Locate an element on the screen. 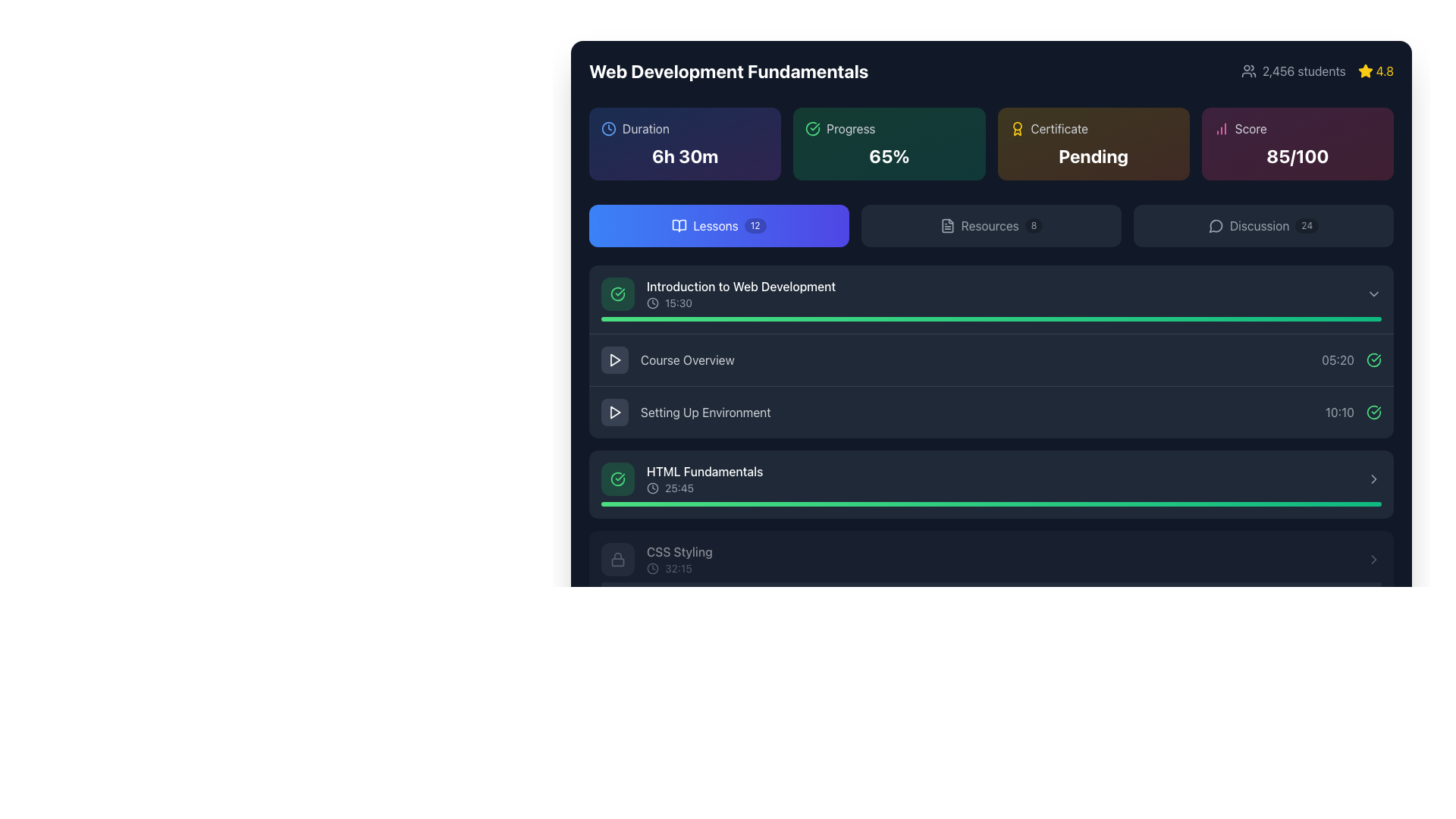  the chevron icon located to the far right of the 'Introduction to Web Development' list item is located at coordinates (1373, 294).